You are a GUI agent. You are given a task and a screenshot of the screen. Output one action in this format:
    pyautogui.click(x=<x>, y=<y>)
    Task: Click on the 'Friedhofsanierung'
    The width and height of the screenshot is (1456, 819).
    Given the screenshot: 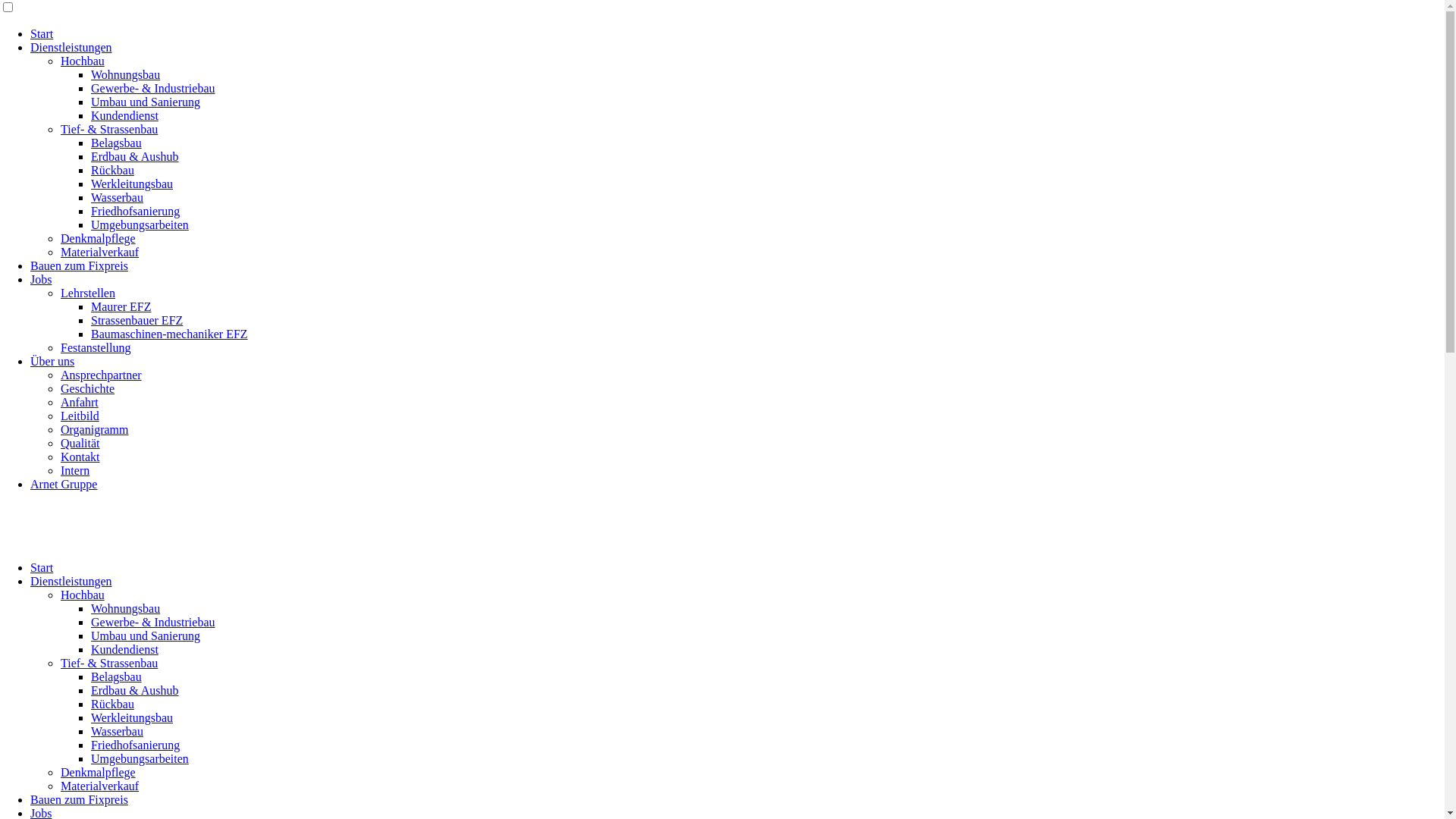 What is the action you would take?
    pyautogui.click(x=135, y=744)
    